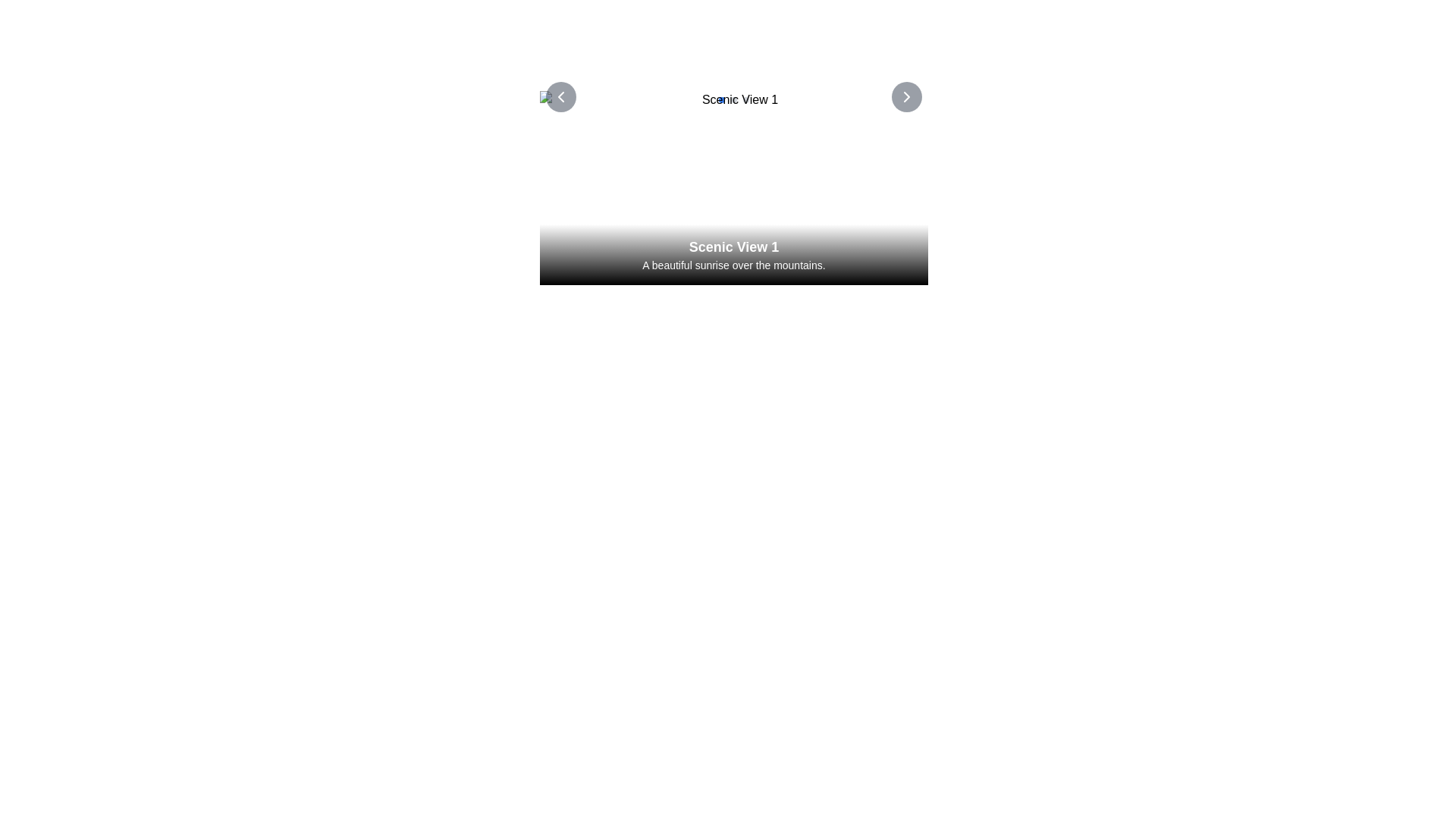  What do you see at coordinates (734, 187) in the screenshot?
I see `the image area of the rectangular content block displaying the scenic view titled 'Scenic View 1' with the subtitle 'A beautiful sunrise over the mountains.'` at bounding box center [734, 187].